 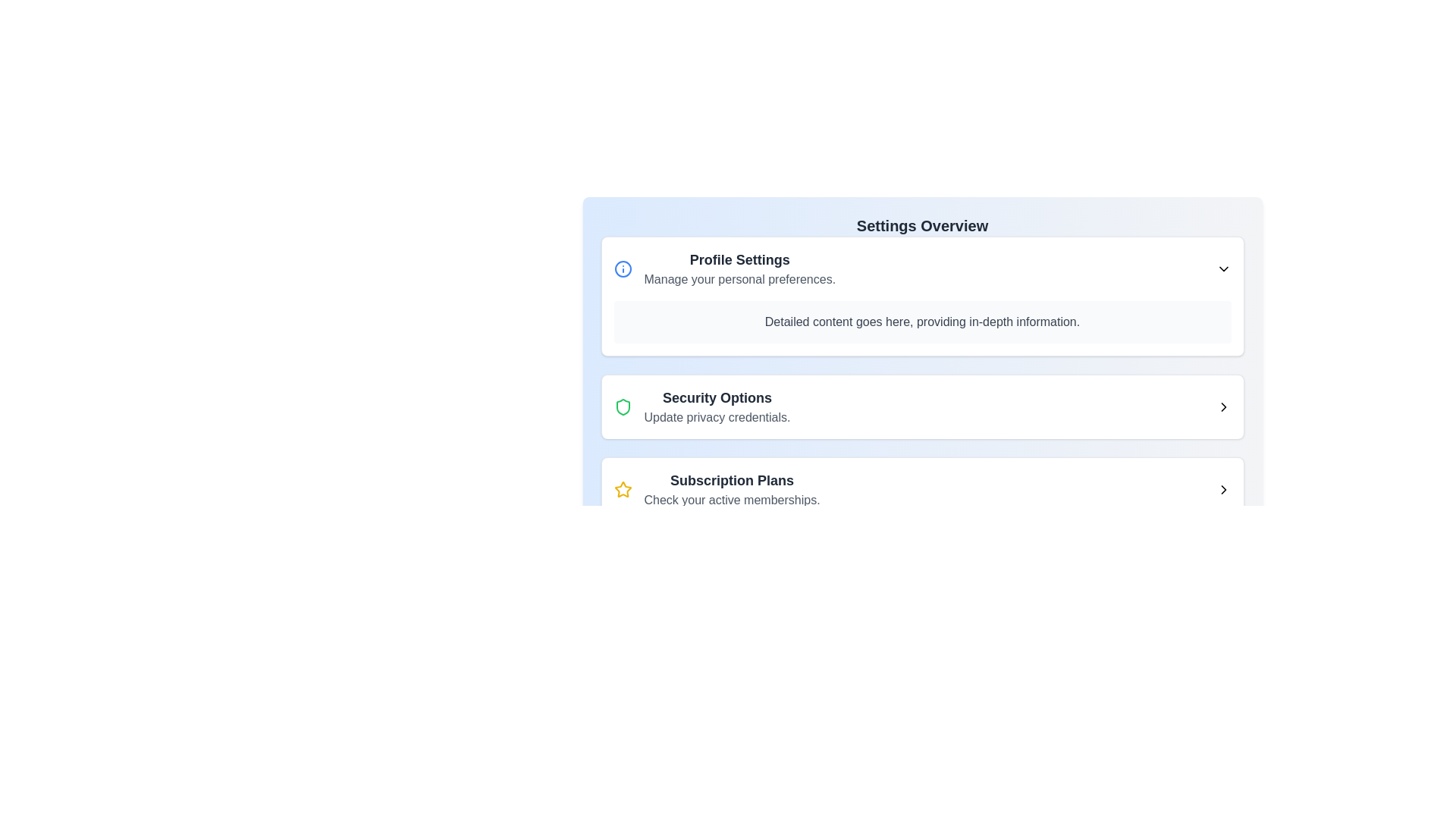 What do you see at coordinates (732, 480) in the screenshot?
I see `the Textual Header element that serves as the title for the subsection titled 'Subscription Plans', located above the text 'Check your active memberships'` at bounding box center [732, 480].